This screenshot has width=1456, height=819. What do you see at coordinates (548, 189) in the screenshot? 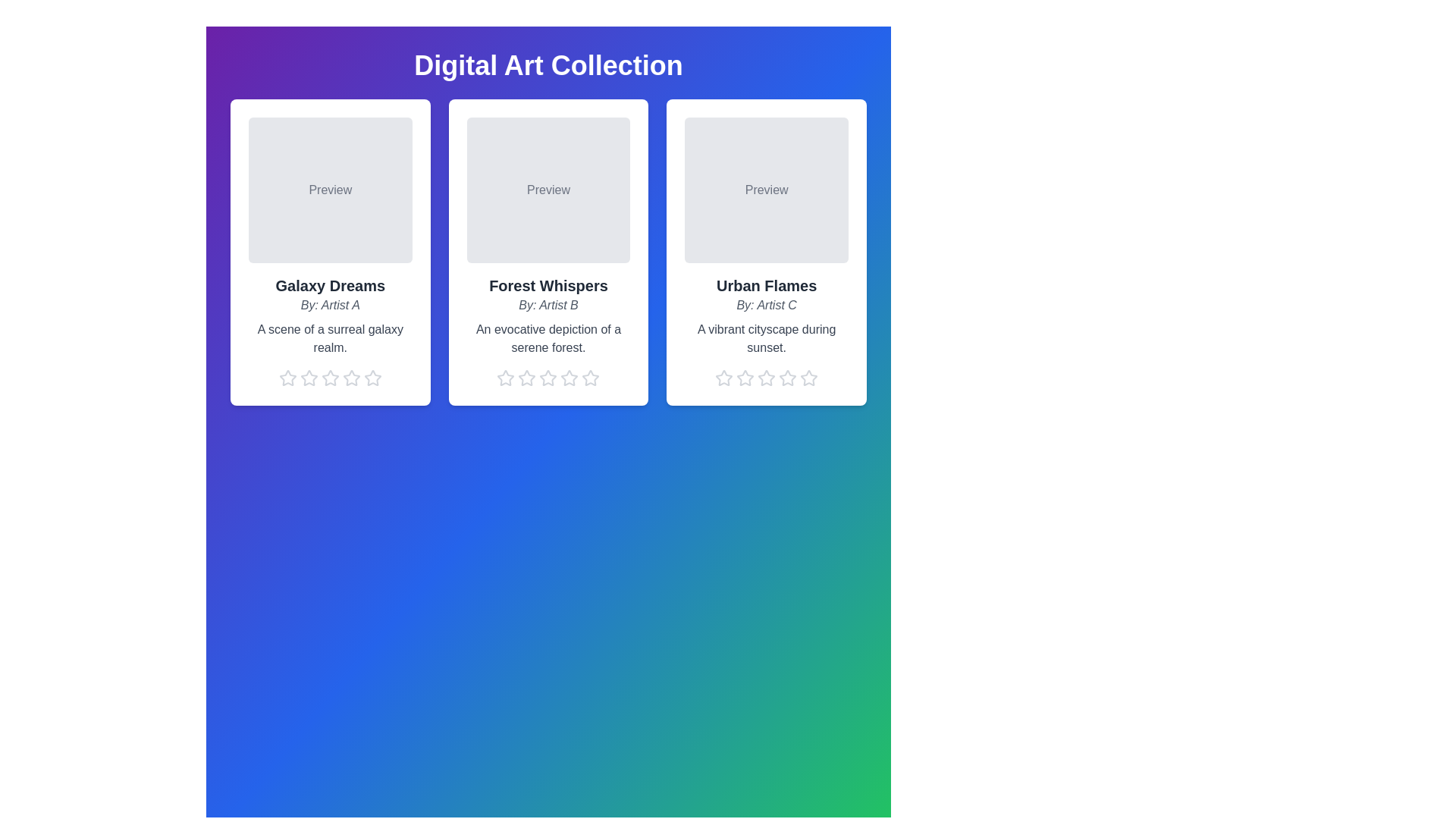
I see `the preview placeholder for the artwork titled 'Forest Whispers'` at bounding box center [548, 189].